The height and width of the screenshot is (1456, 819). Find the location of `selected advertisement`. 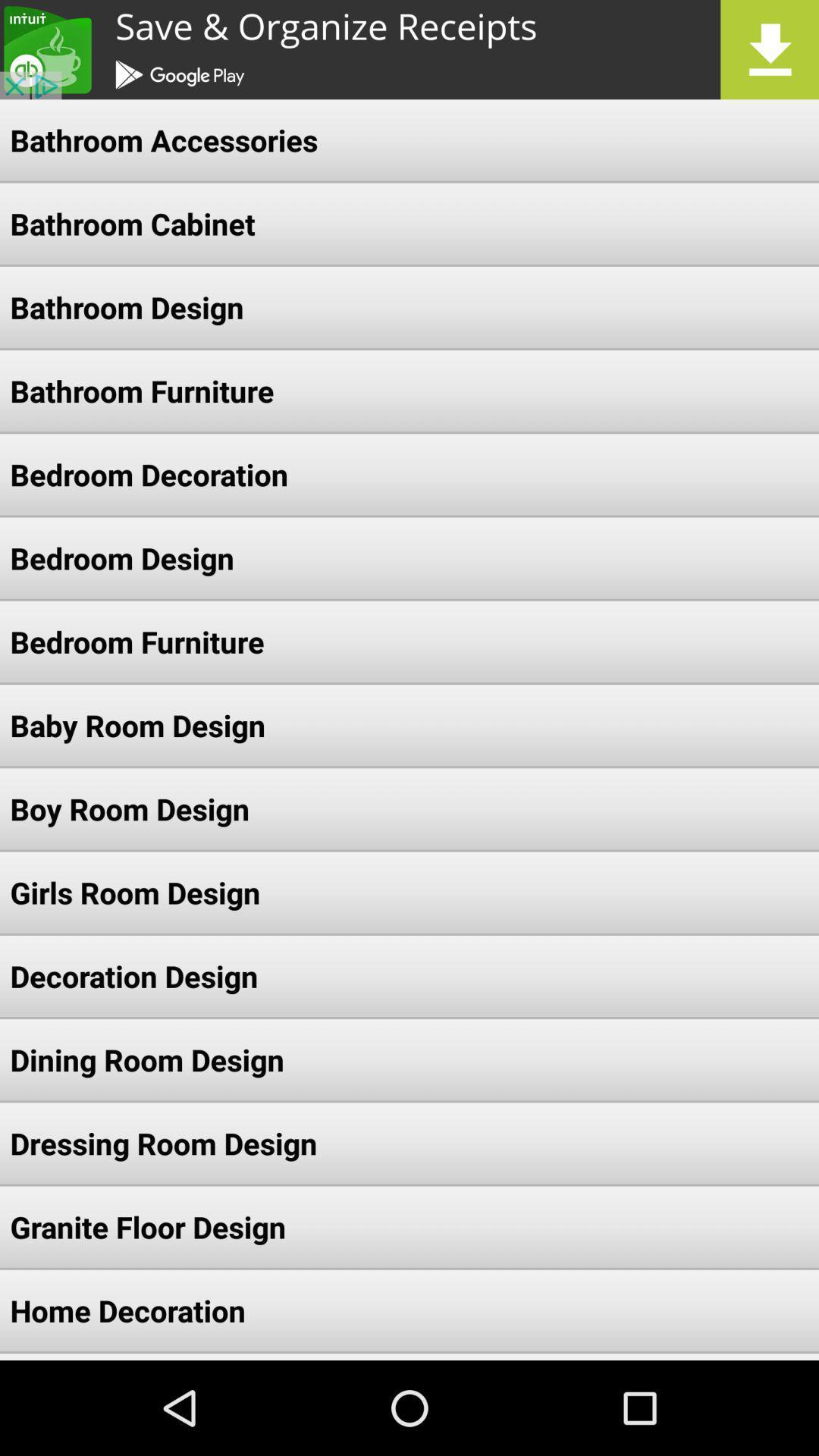

selected advertisement is located at coordinates (409, 49).